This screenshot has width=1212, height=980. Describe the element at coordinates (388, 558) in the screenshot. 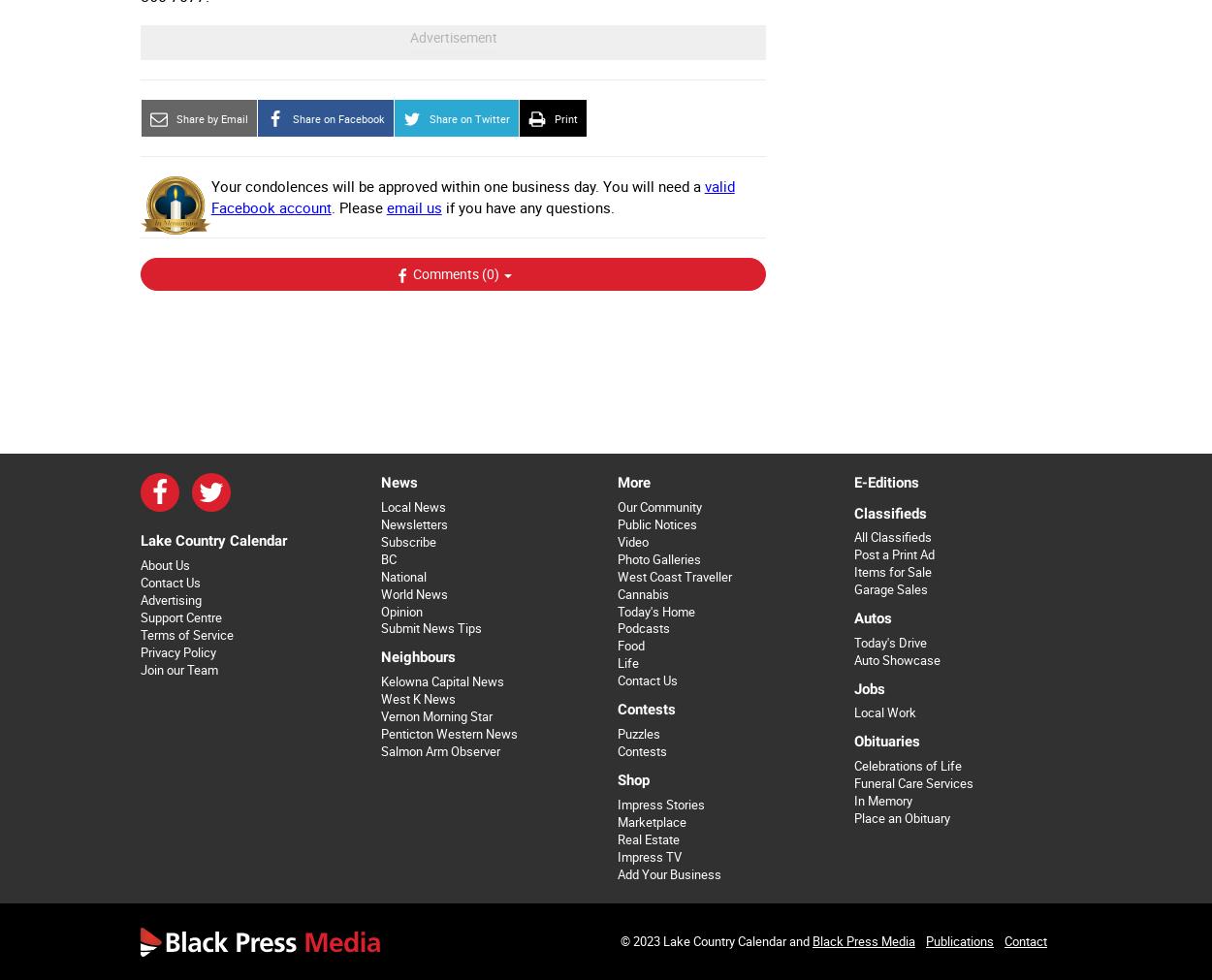

I see `'BC'` at that location.